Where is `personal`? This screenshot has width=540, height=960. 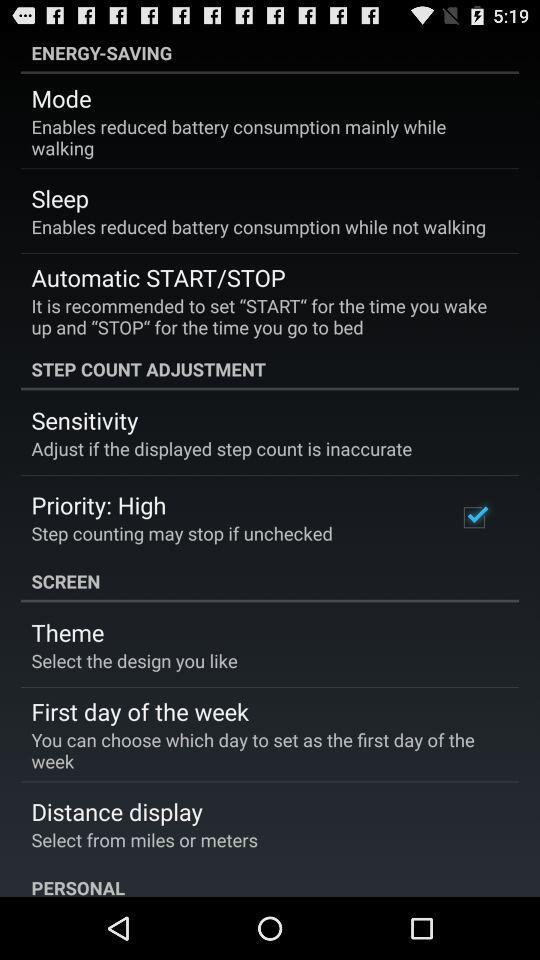
personal is located at coordinates (270, 880).